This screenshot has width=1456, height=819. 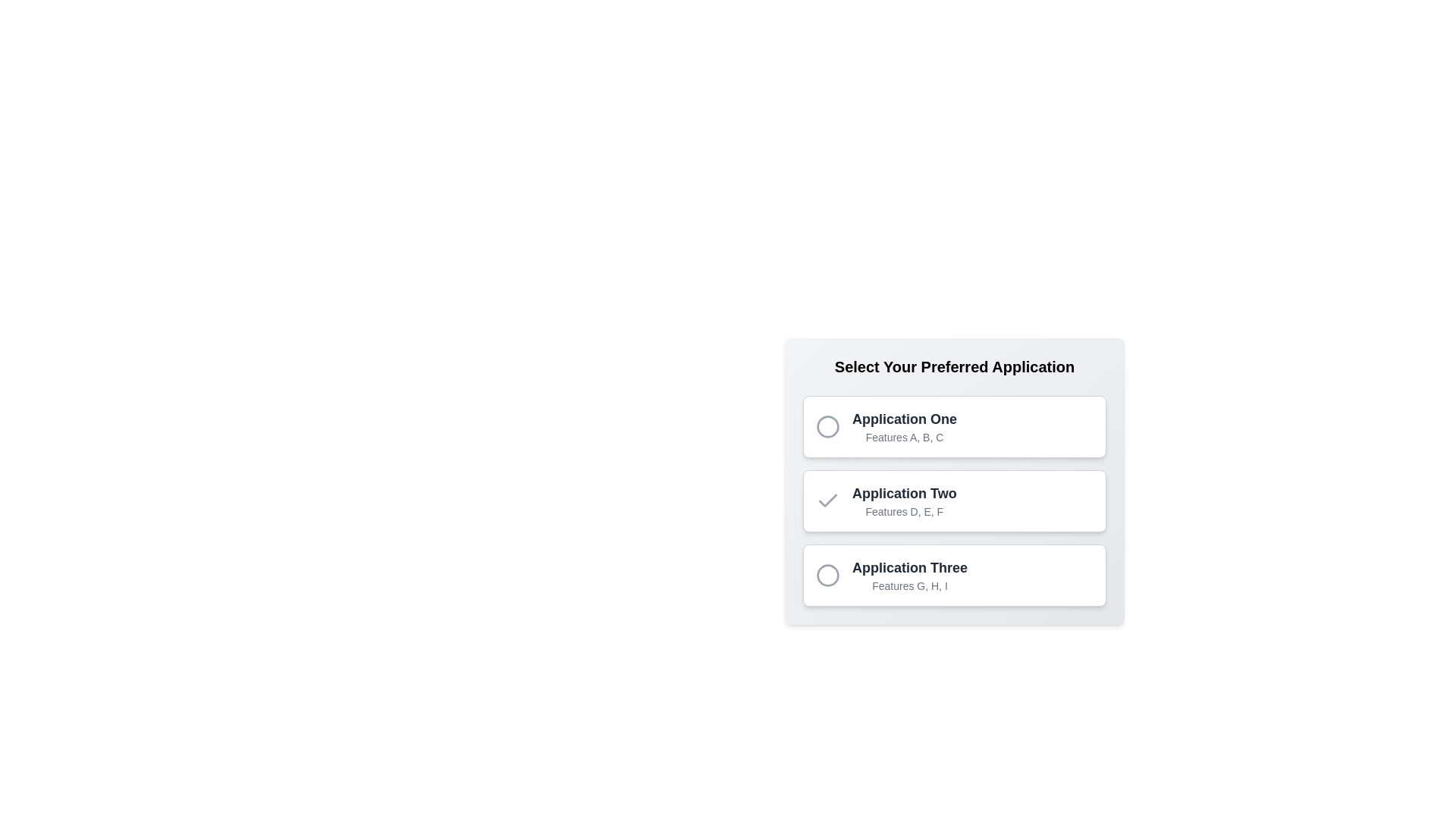 What do you see at coordinates (905, 427) in the screenshot?
I see `the text label for the first selectable application option located below the title 'Select Your Preferred Application' to observe any tooltips or interactions` at bounding box center [905, 427].